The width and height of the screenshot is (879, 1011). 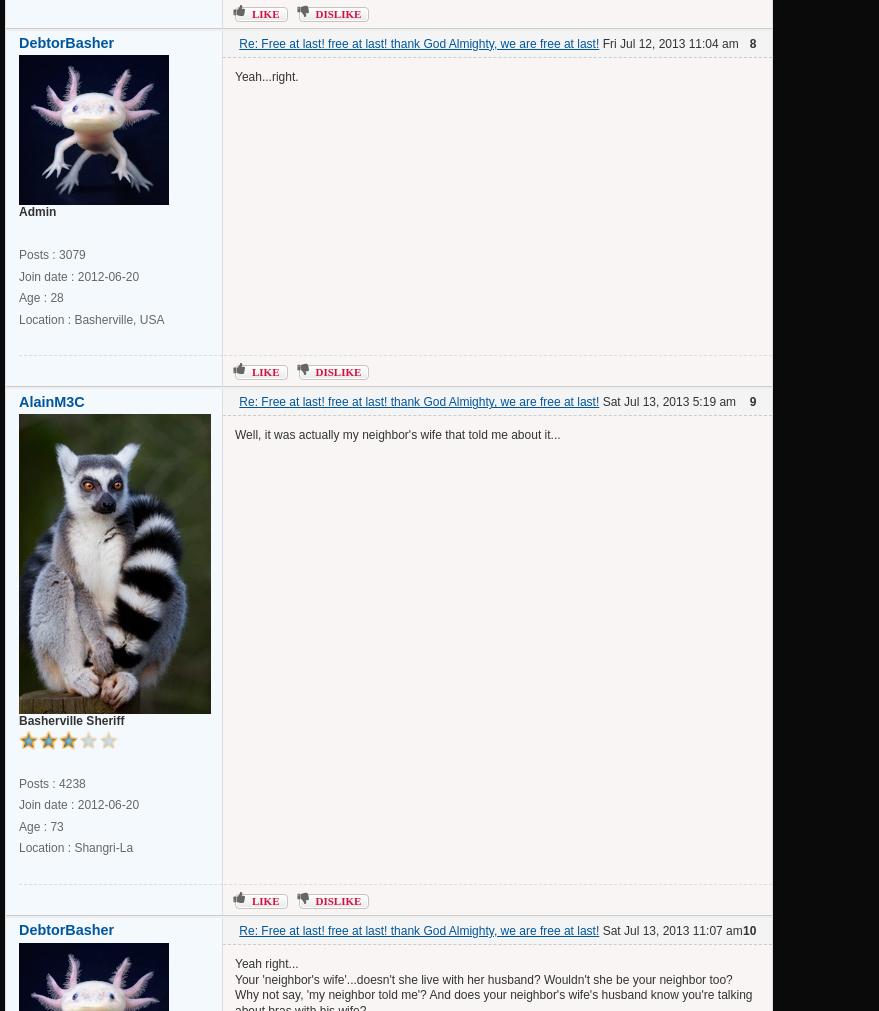 I want to click on '3079', so click(x=58, y=254).